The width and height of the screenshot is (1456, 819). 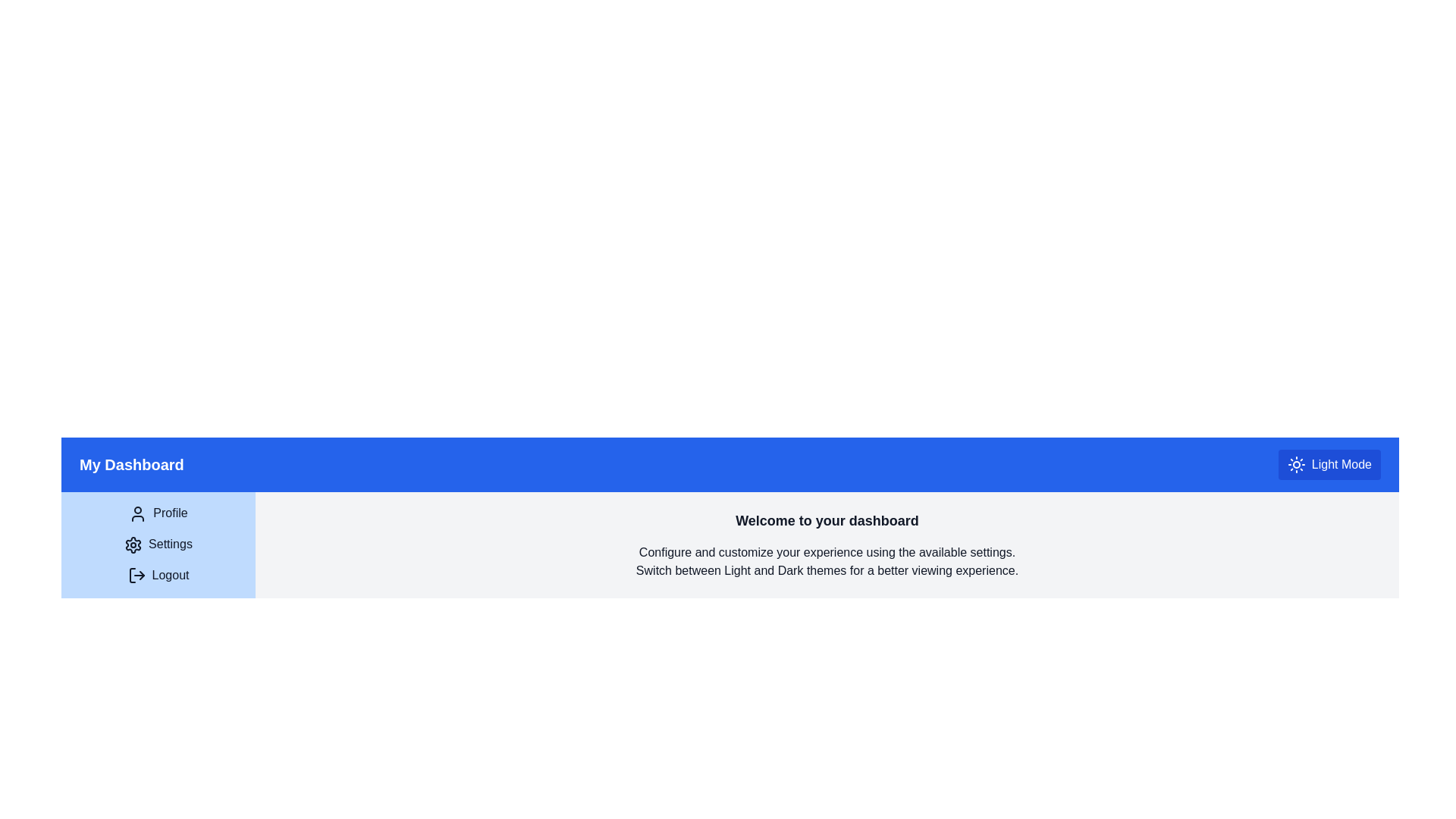 I want to click on the welcome message text label that serves as an introduction within the dashboard interface, so click(x=826, y=519).